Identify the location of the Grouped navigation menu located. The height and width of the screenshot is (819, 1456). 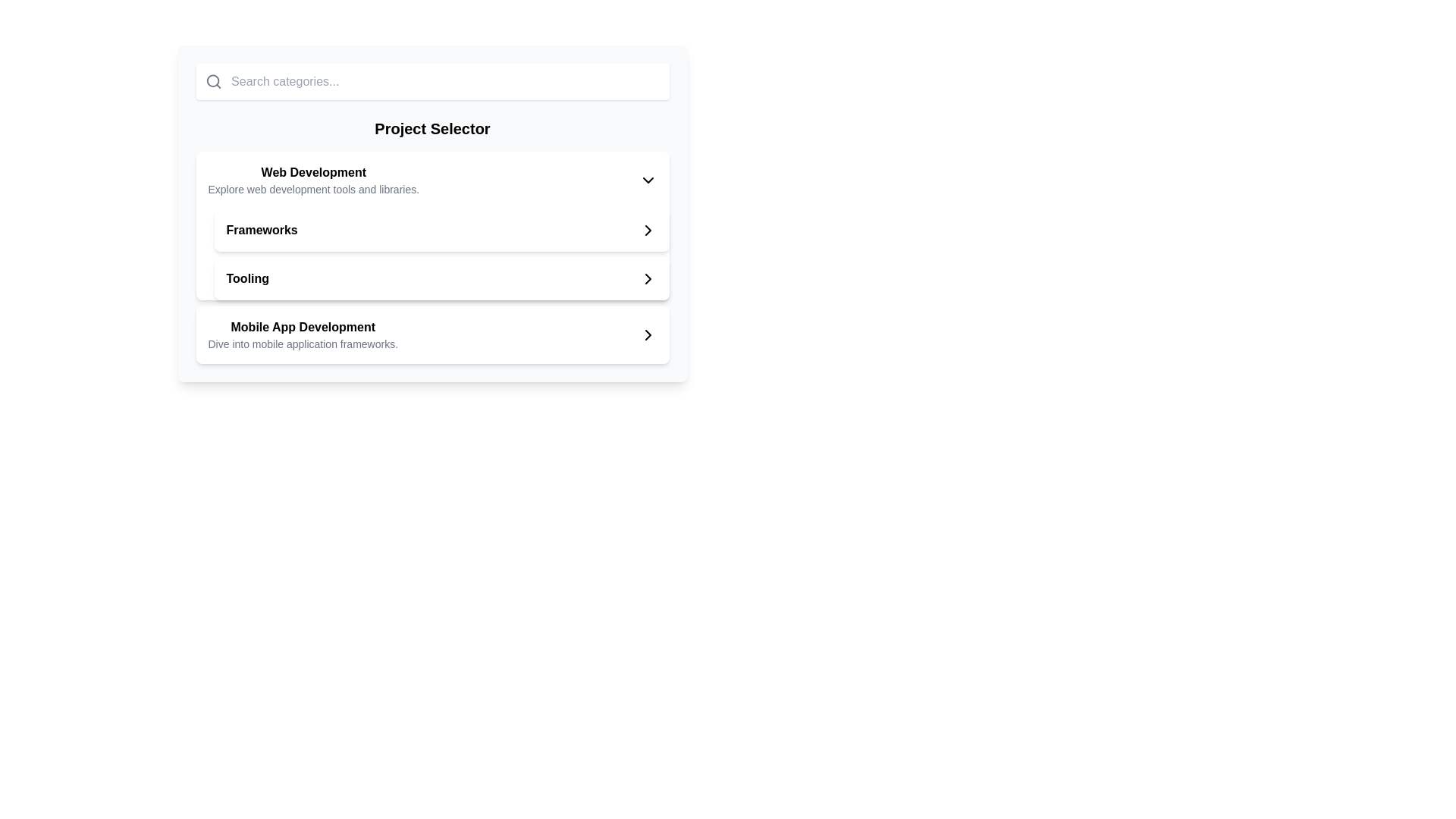
(441, 253).